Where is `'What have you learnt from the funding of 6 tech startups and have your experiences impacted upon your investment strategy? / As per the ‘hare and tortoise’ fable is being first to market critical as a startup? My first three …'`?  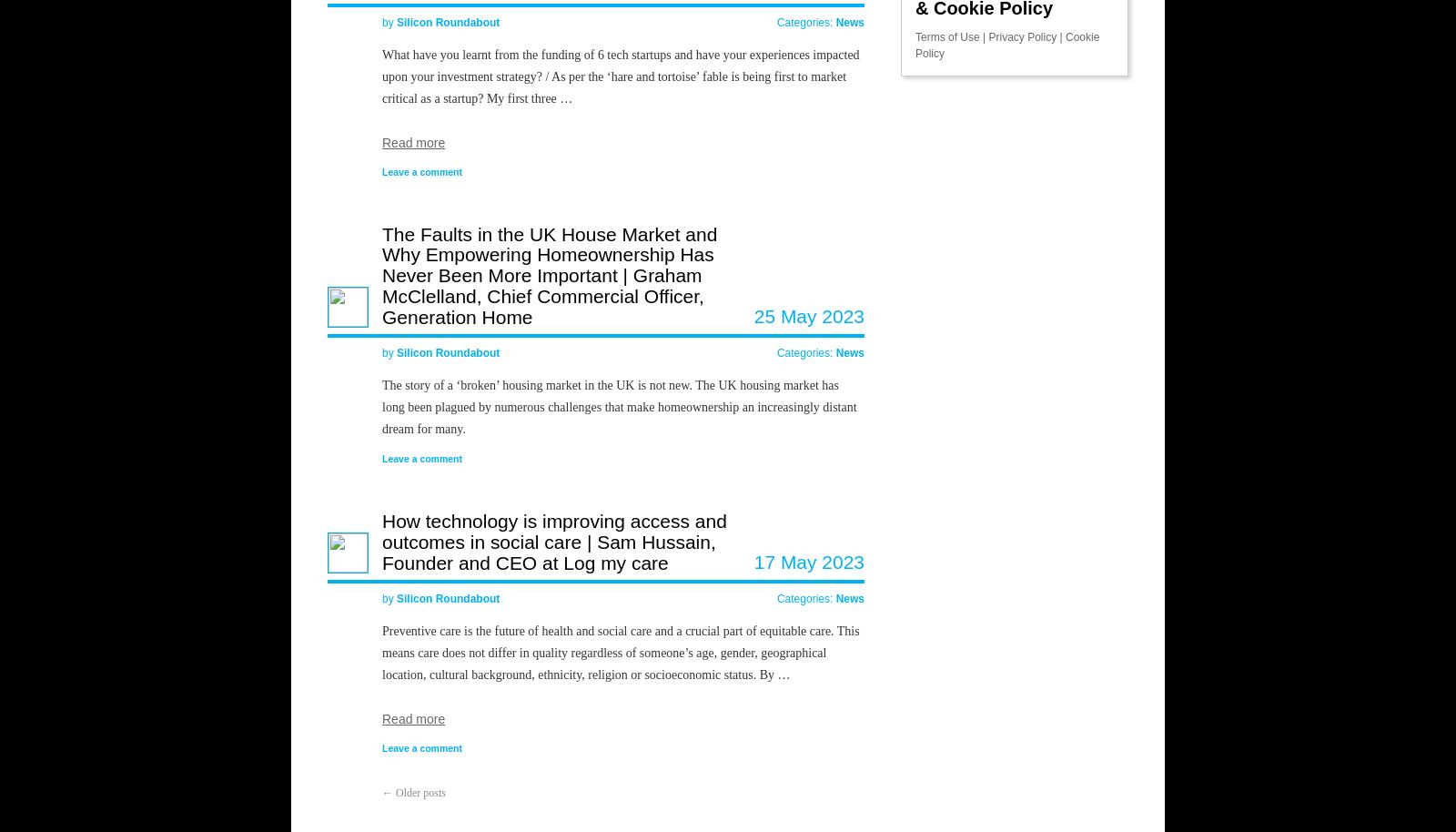 'What have you learnt from the funding of 6 tech startups and have your experiences impacted upon your investment strategy? / As per the ‘hare and tortoise’ fable is being first to market critical as a startup? My first three …' is located at coordinates (621, 75).